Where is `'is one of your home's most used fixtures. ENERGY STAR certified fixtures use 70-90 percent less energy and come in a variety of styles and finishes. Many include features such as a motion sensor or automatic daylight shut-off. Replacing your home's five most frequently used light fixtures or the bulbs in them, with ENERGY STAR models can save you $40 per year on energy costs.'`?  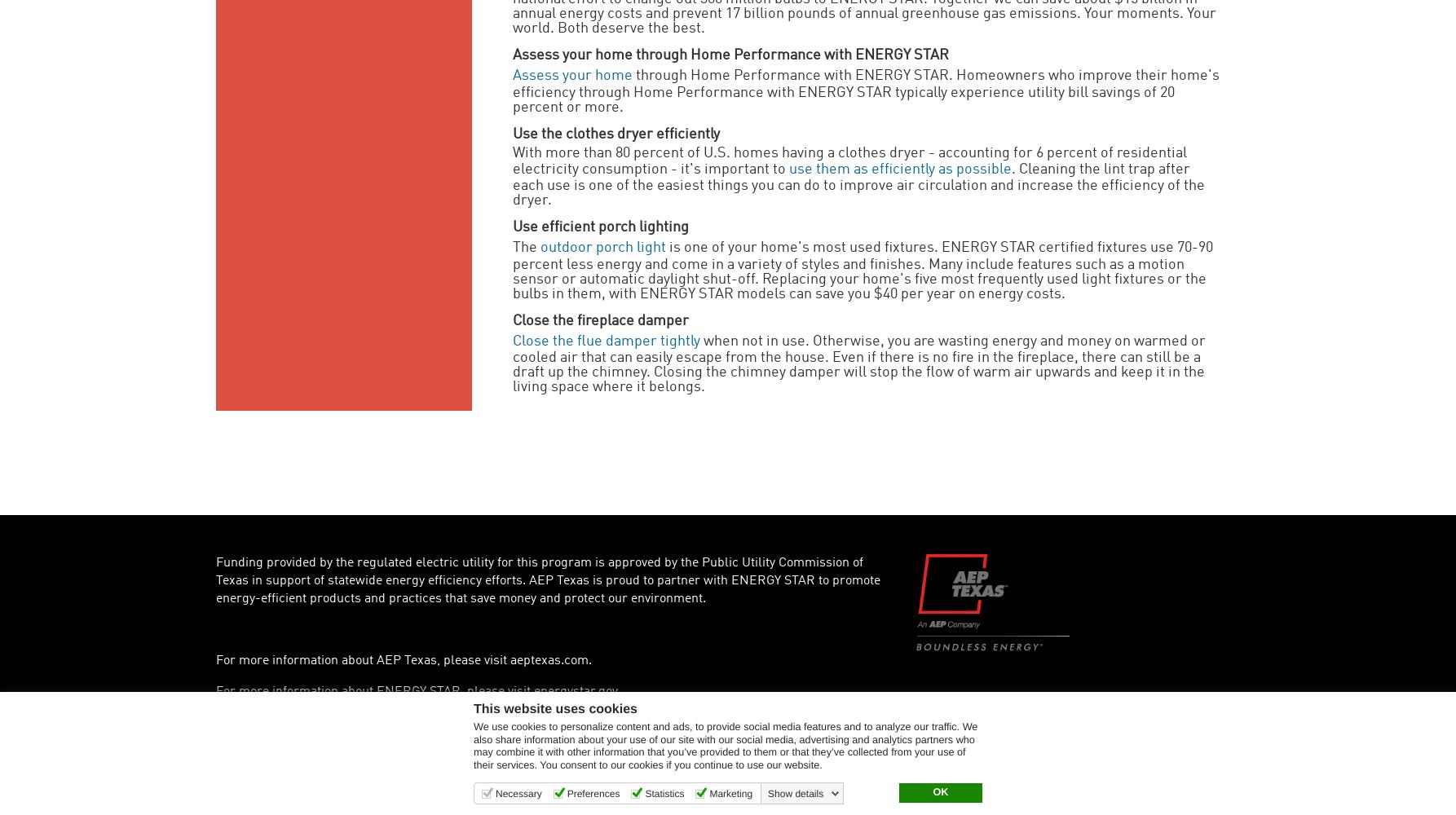 'is one of your home's most used fixtures. ENERGY STAR certified fixtures use 70-90 percent less energy and come in a variety of styles and finishes. Many include features such as a motion sensor or automatic daylight shut-off. Replacing your home's five most frequently used light fixtures or the bulbs in them, with ENERGY STAR models can save you $40 per year on energy costs.' is located at coordinates (862, 270).